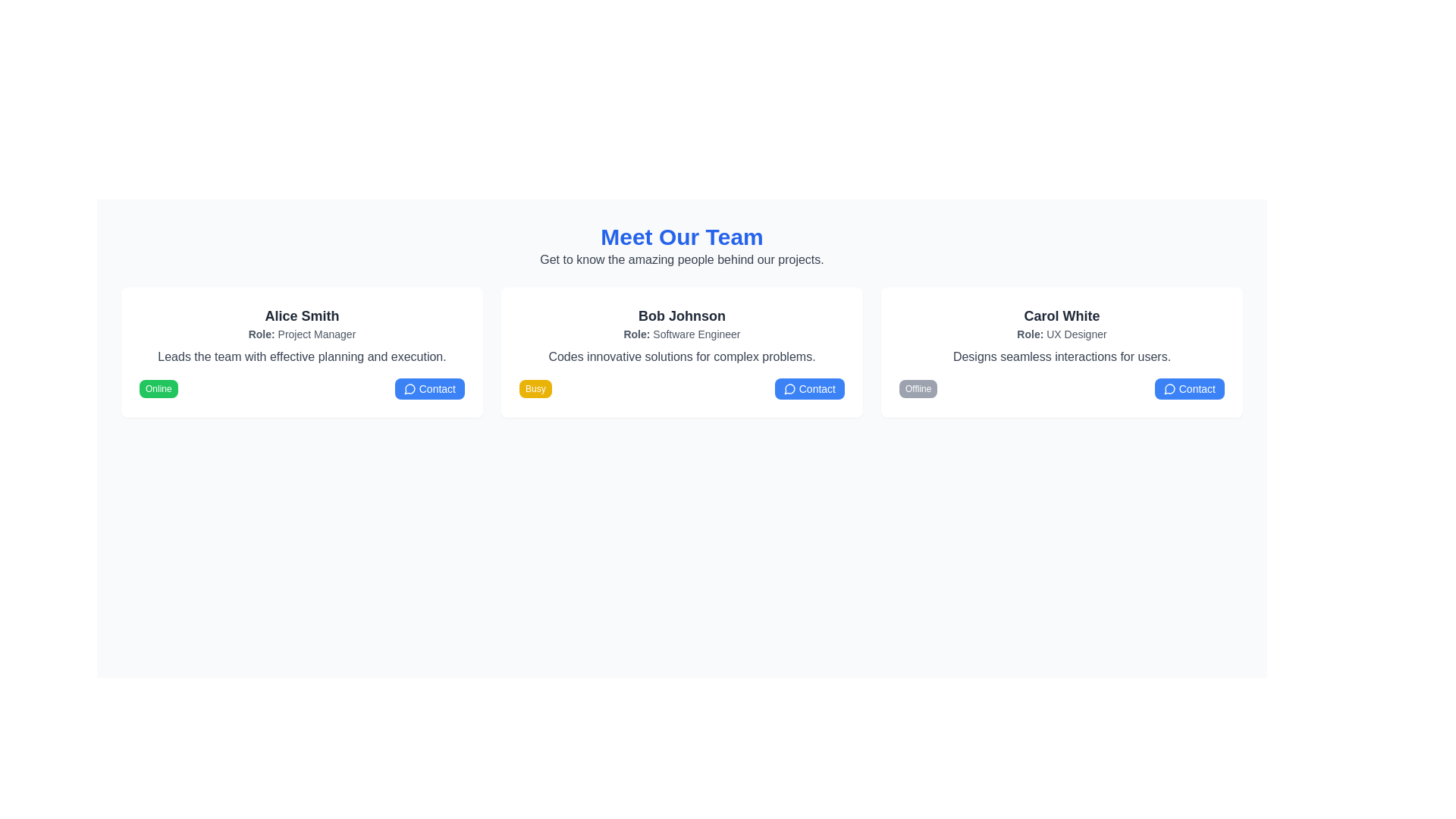  I want to click on the Text Label that displays the name of the individual in the rightmost card of three horizontal cards, so click(1061, 315).